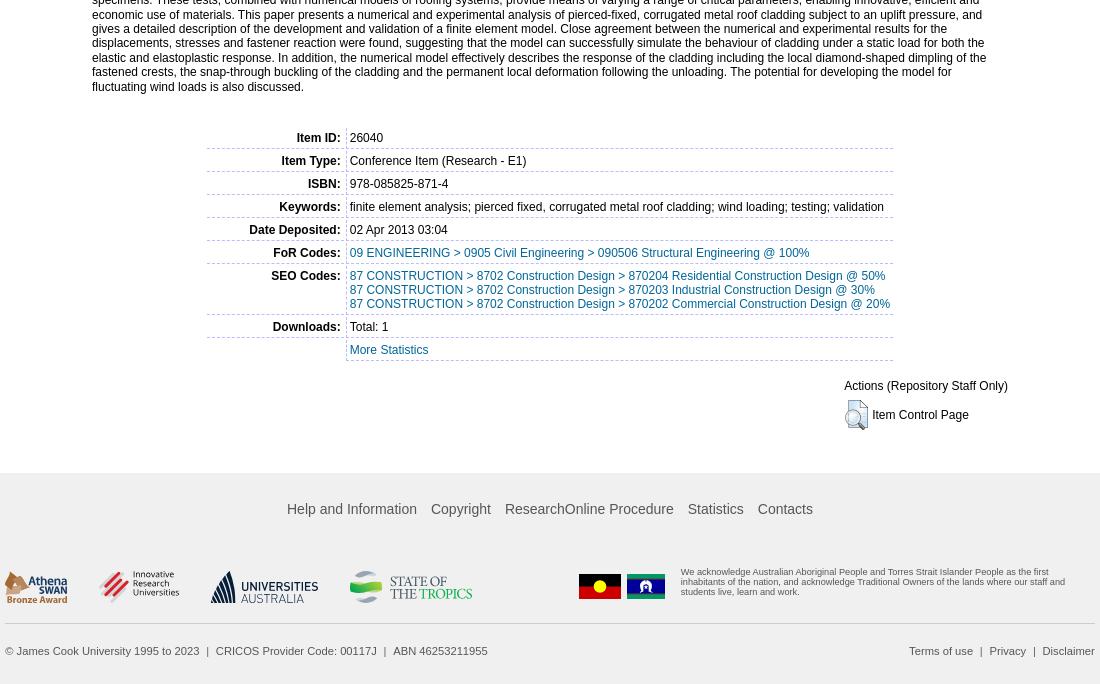 The height and width of the screenshot is (684, 1100). What do you see at coordinates (920, 413) in the screenshot?
I see `'Item Control Page'` at bounding box center [920, 413].